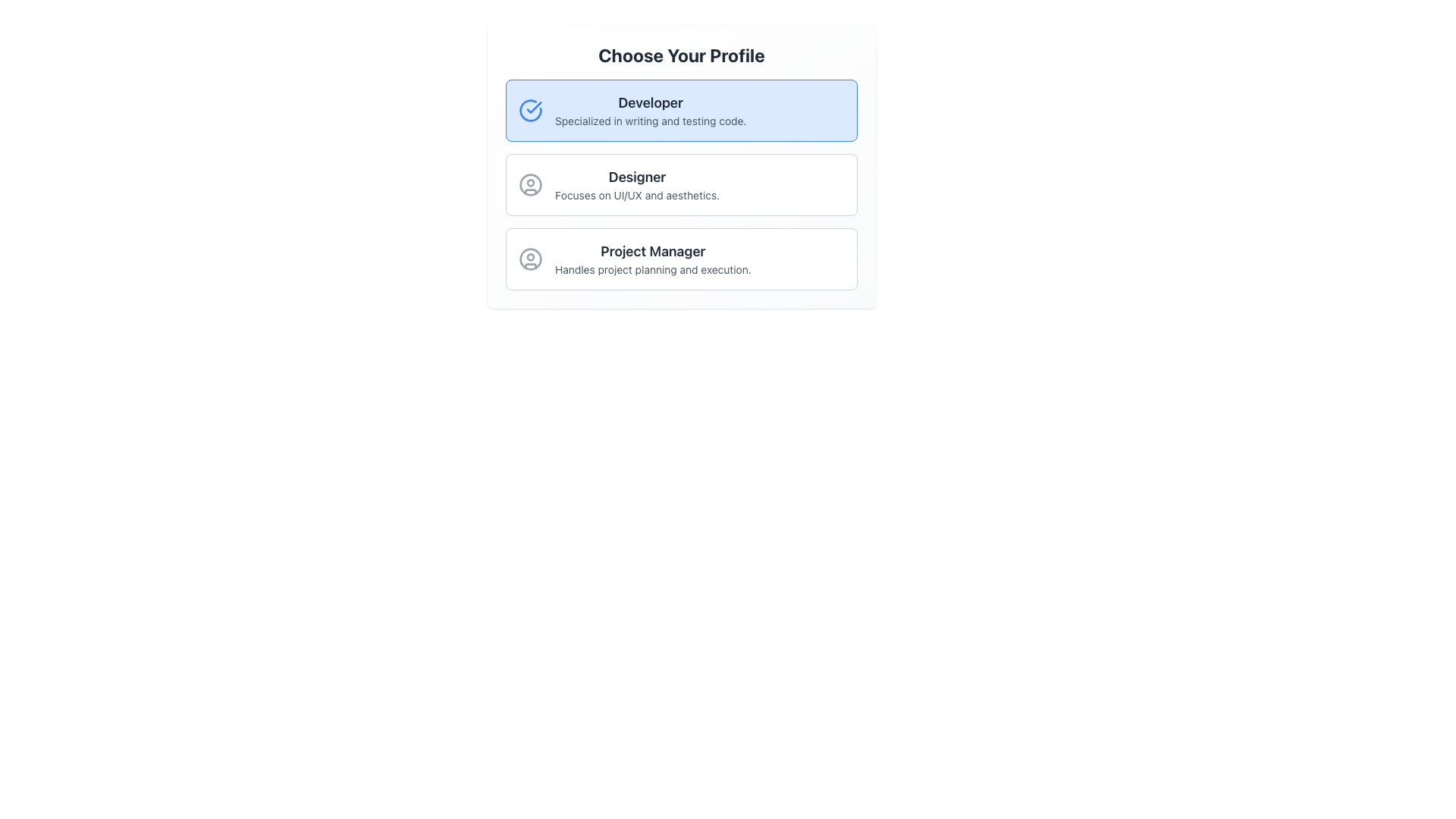 The image size is (1456, 819). I want to click on the text block labeled 'Developer' which is located at the top center of the first selectable card in a vertical list of profile options, so click(651, 110).